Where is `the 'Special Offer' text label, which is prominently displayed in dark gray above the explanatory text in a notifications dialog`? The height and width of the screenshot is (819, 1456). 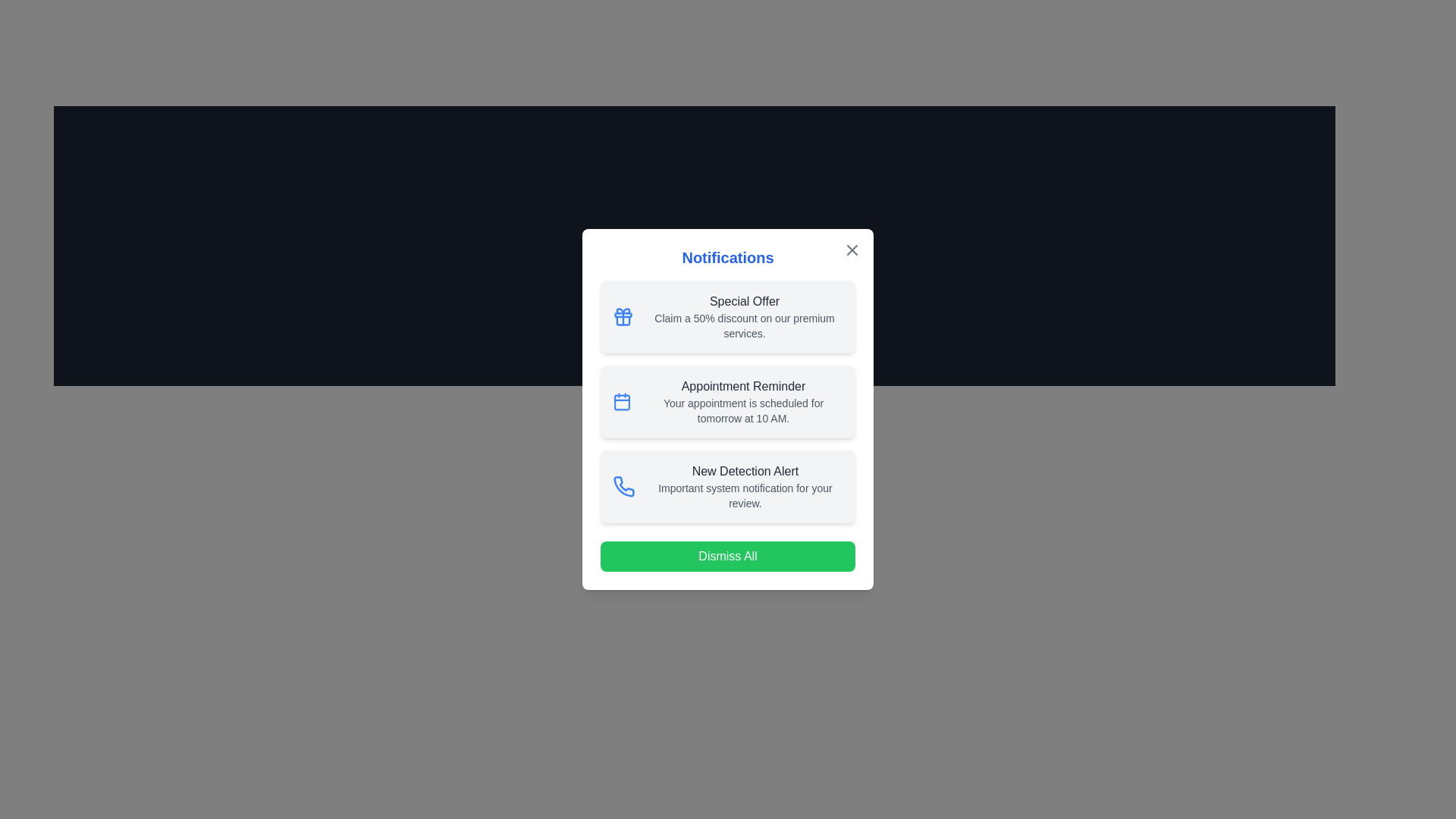
the 'Special Offer' text label, which is prominently displayed in dark gray above the explanatory text in a notifications dialog is located at coordinates (745, 301).